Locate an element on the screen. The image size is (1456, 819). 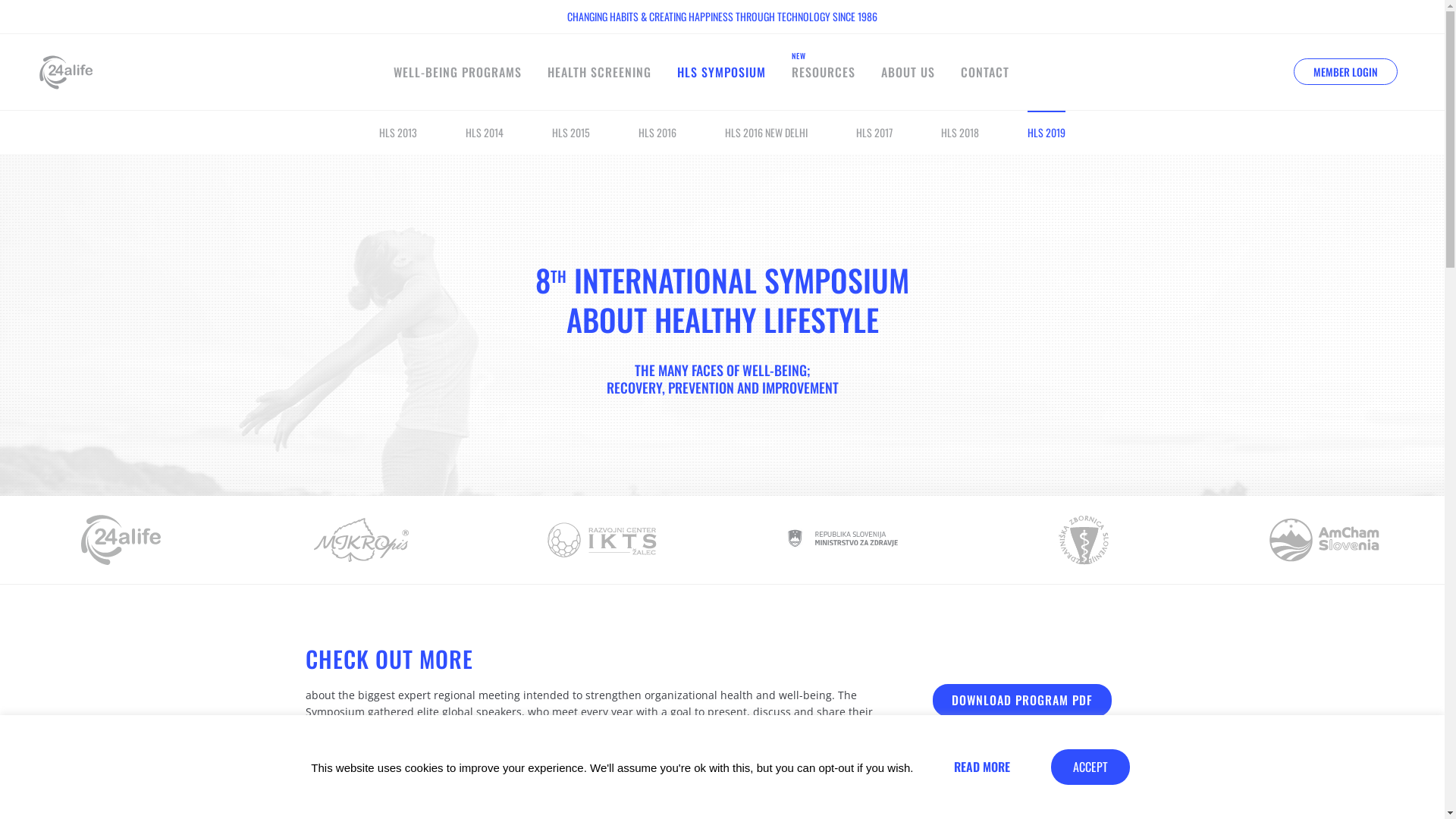
'ACCEPT' is located at coordinates (1090, 767).